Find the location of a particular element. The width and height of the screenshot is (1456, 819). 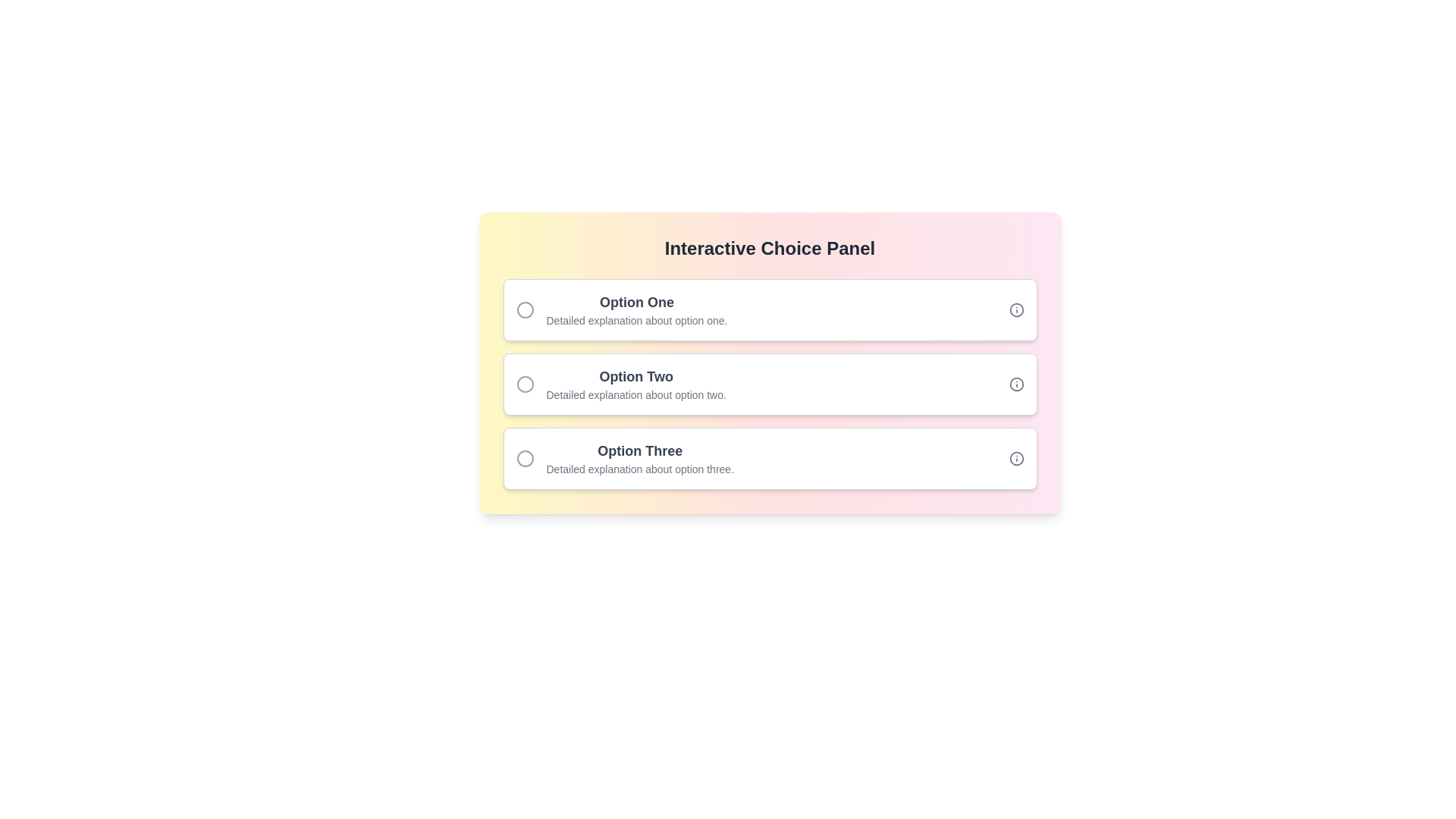

the small circular icon with an outlined question mark, located at the far-right end of the 'Option Three' panel to view context menu options is located at coordinates (1016, 458).